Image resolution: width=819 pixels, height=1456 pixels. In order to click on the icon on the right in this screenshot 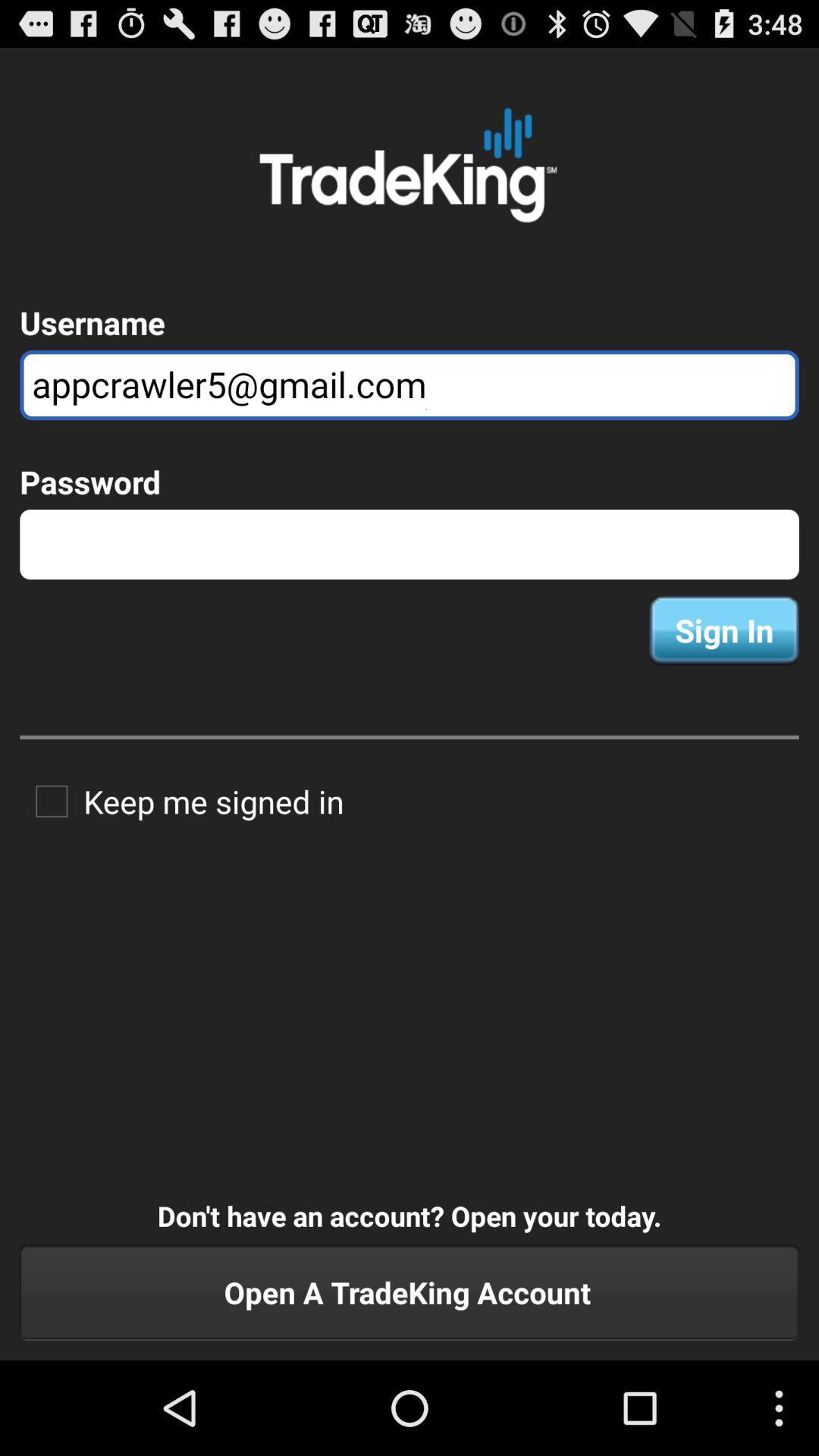, I will do `click(723, 630)`.